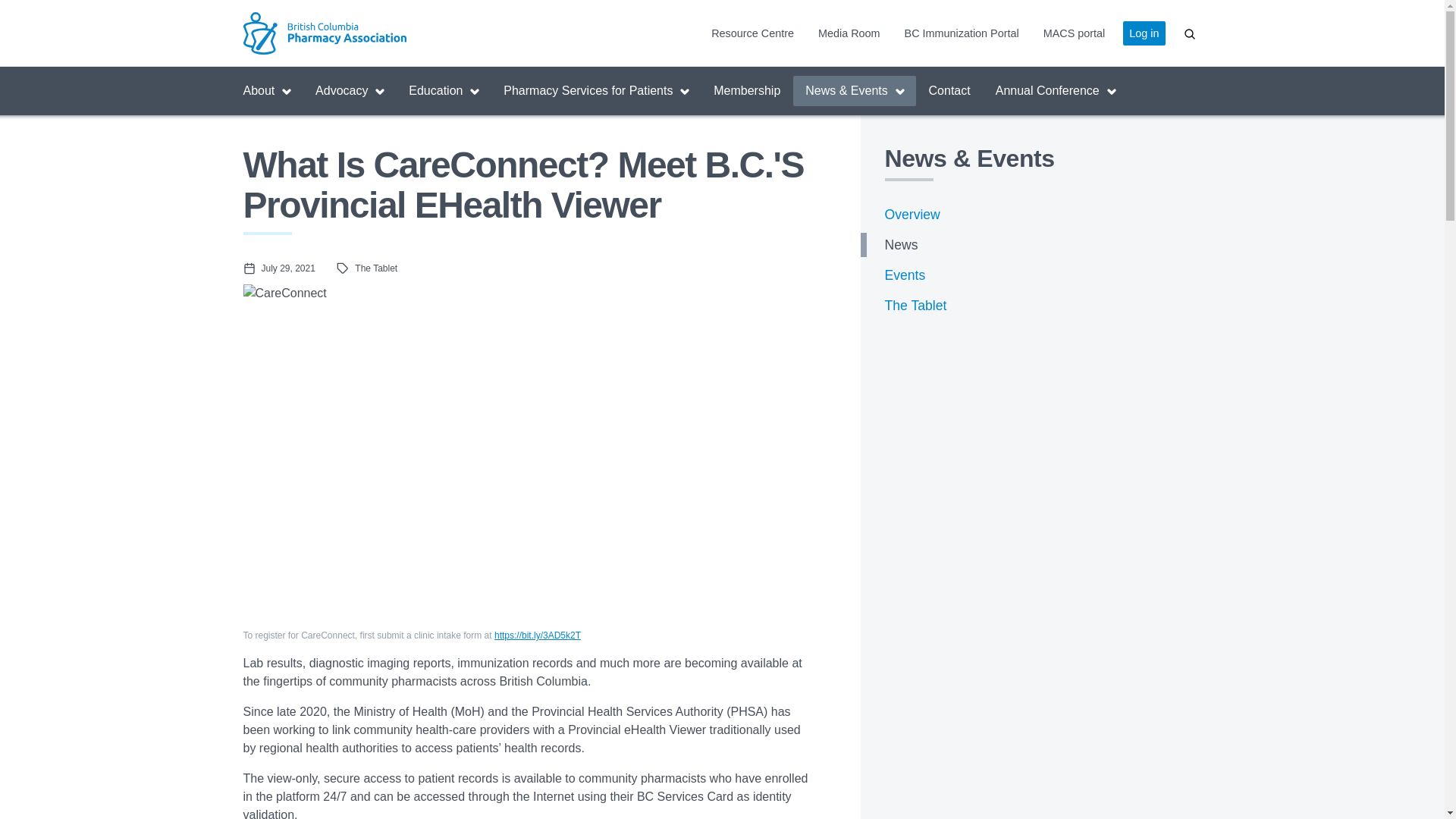 The image size is (1456, 819). Describe the element at coordinates (949, 90) in the screenshot. I see `'Contact'` at that location.